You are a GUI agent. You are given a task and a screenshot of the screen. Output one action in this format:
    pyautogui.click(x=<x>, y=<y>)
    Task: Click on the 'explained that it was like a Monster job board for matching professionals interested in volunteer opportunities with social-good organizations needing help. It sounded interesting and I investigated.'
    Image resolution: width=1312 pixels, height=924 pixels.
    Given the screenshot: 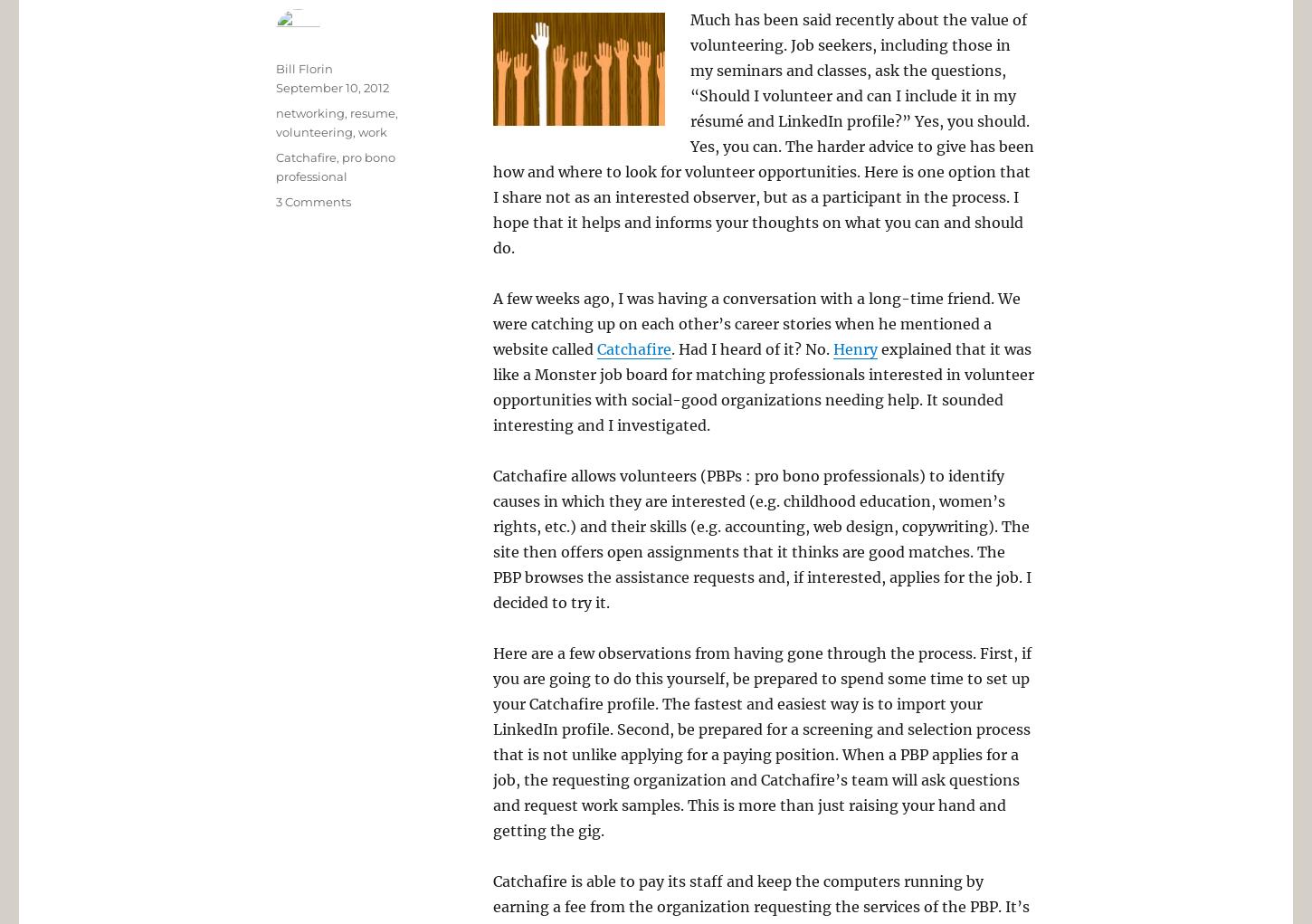 What is the action you would take?
    pyautogui.click(x=493, y=386)
    